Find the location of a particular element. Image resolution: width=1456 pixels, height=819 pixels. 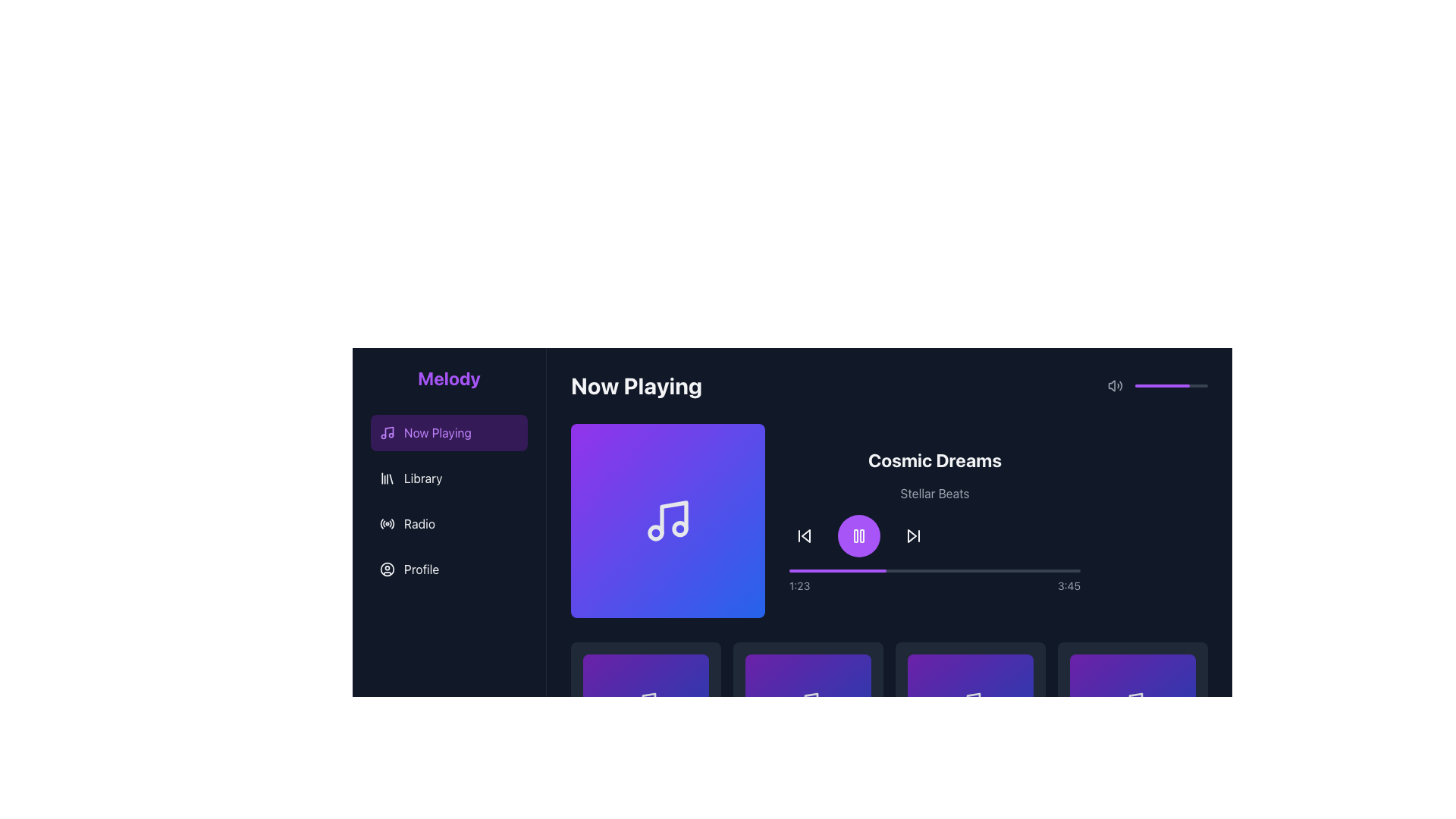

the 'Profile' text label, which is displayed in white against a dark background at the bottom of a vertical list menu is located at coordinates (422, 570).